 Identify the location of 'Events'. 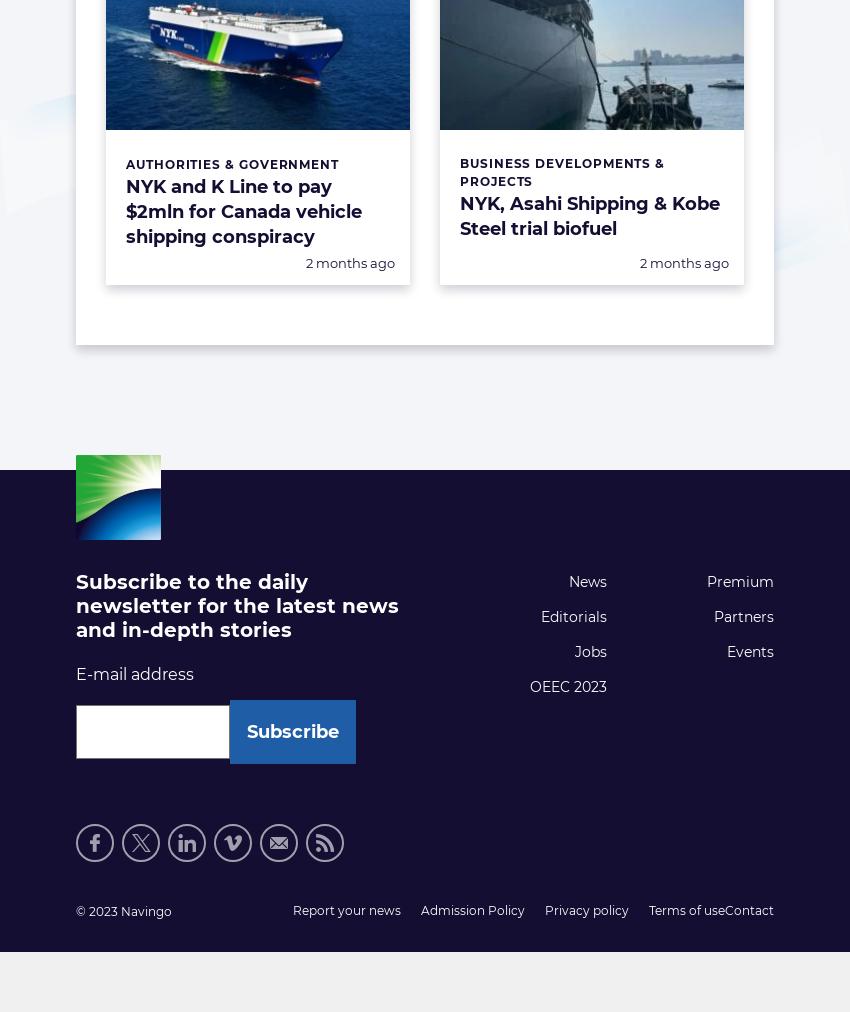
(727, 652).